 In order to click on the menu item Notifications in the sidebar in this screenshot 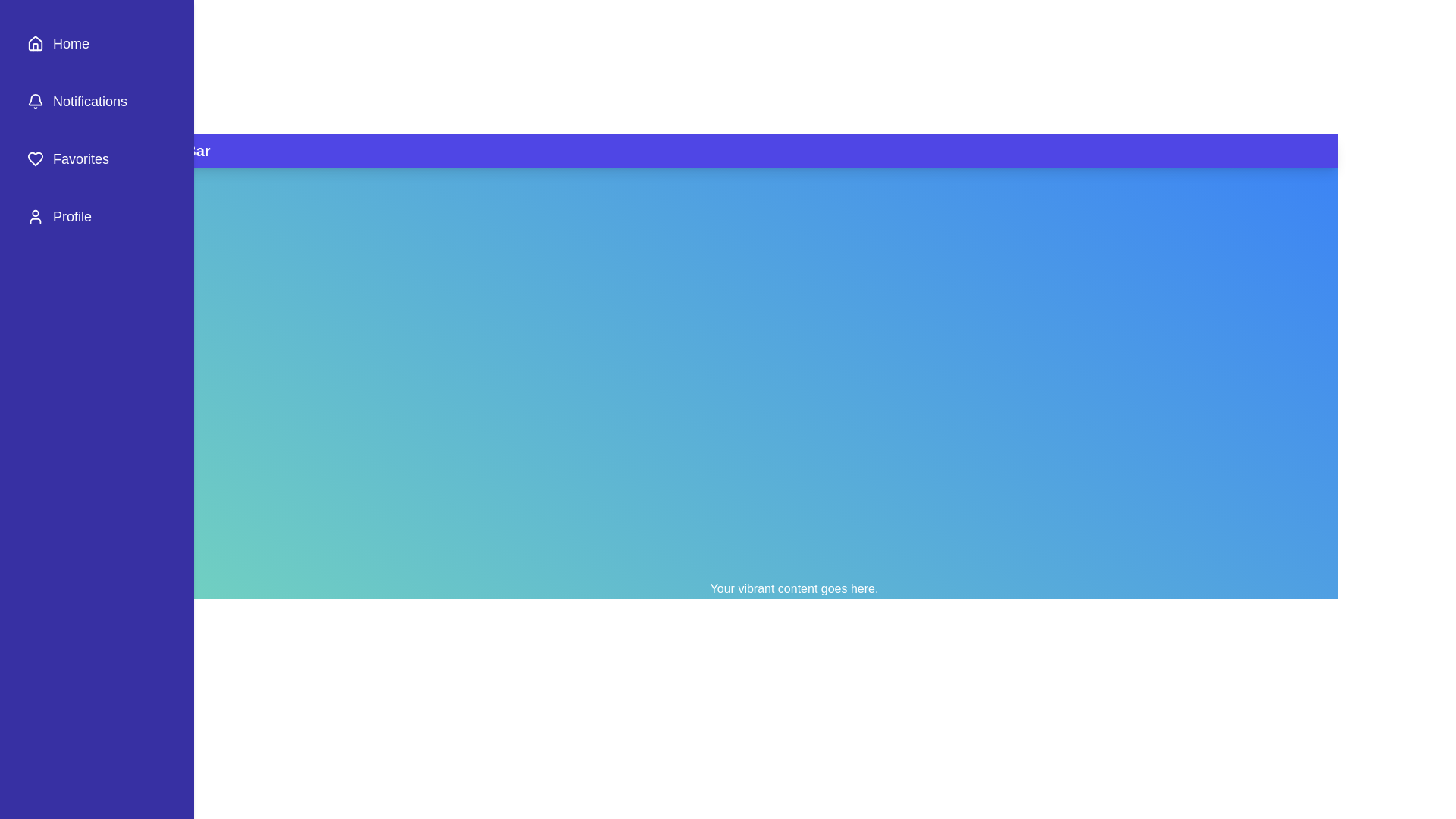, I will do `click(96, 102)`.